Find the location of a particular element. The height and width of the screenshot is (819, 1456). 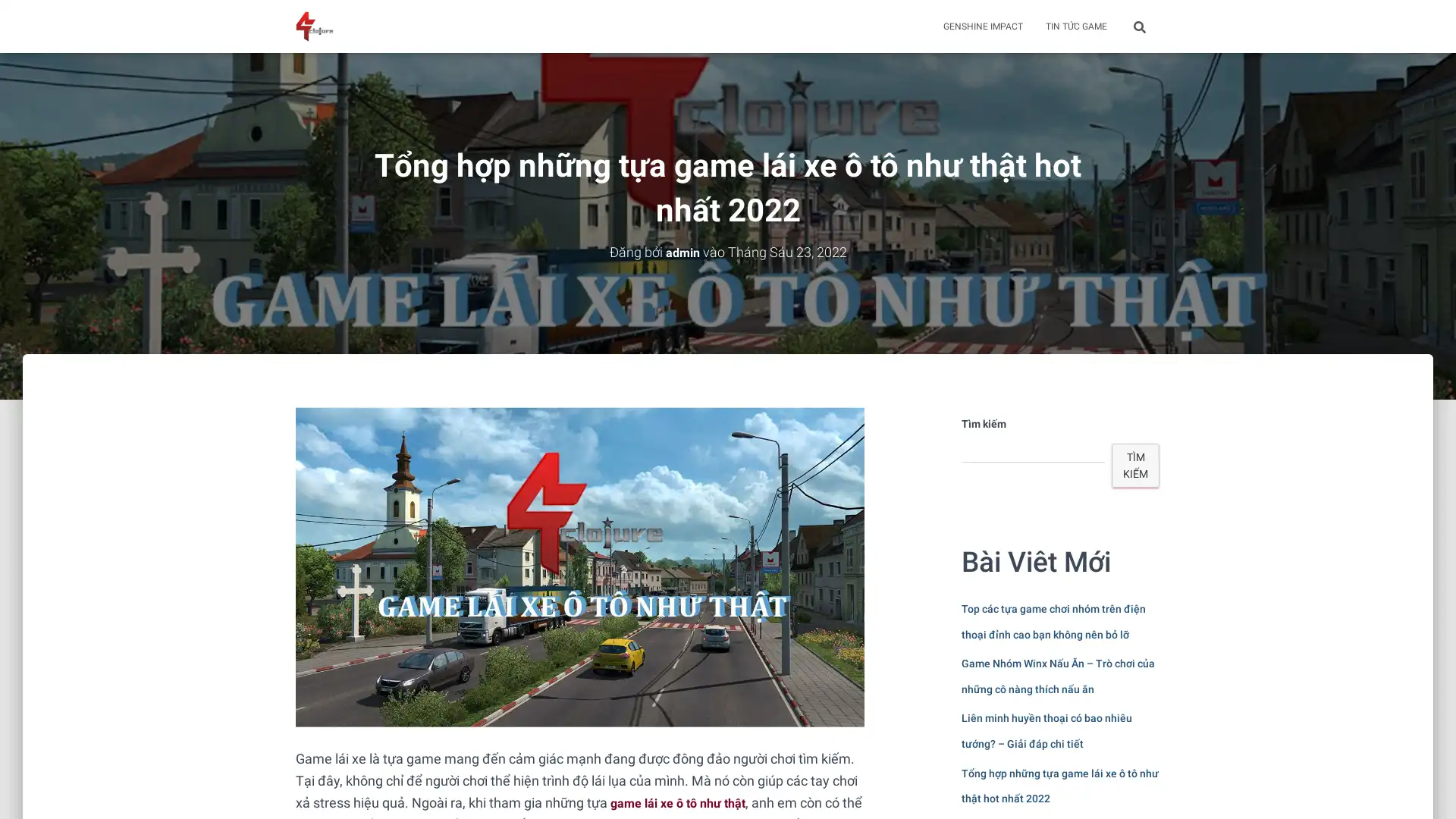

TIM KIEM is located at coordinates (1135, 464).